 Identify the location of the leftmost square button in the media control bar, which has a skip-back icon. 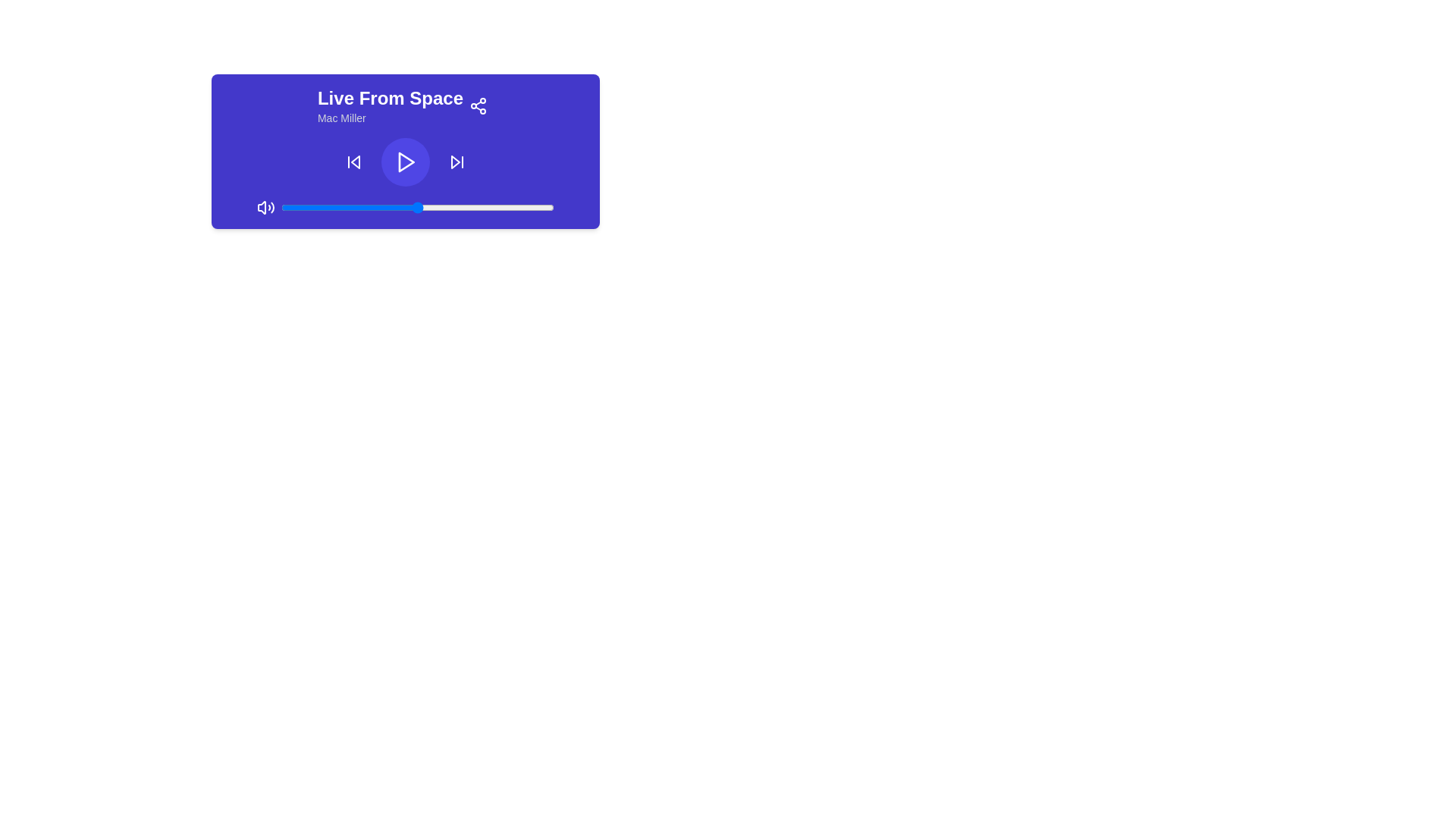
(353, 162).